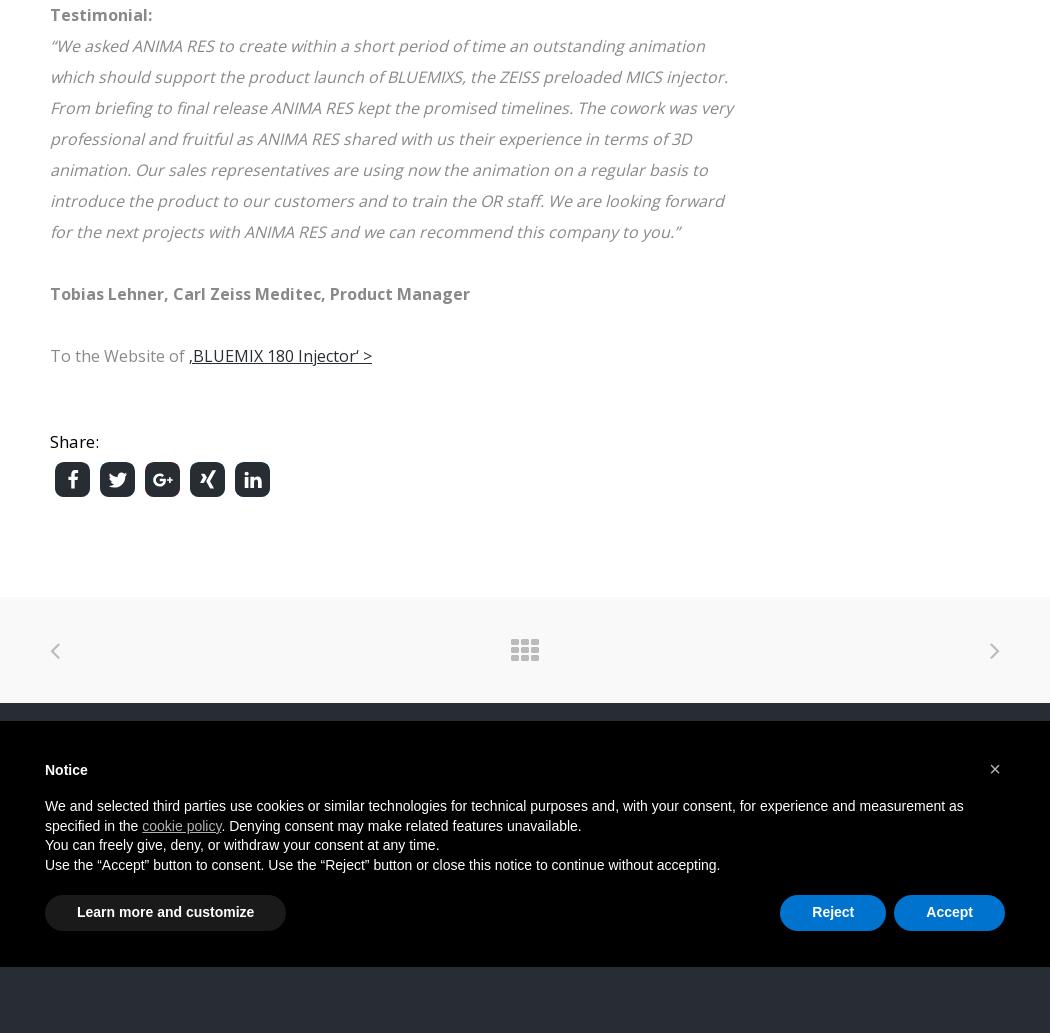  What do you see at coordinates (810, 911) in the screenshot?
I see `'Reject'` at bounding box center [810, 911].